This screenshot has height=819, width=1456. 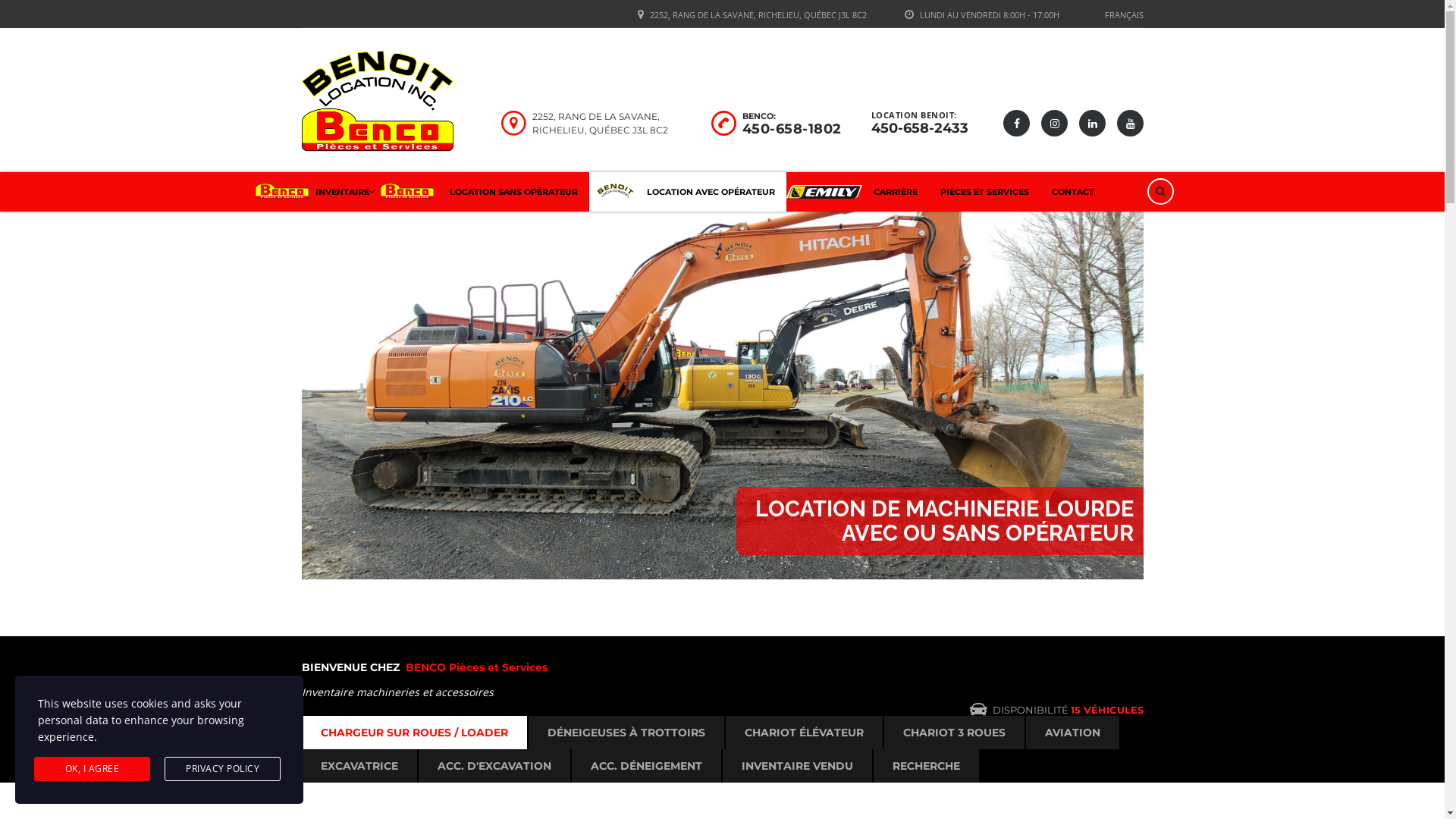 What do you see at coordinates (221, 769) in the screenshot?
I see `'PRIVACY POLICY'` at bounding box center [221, 769].